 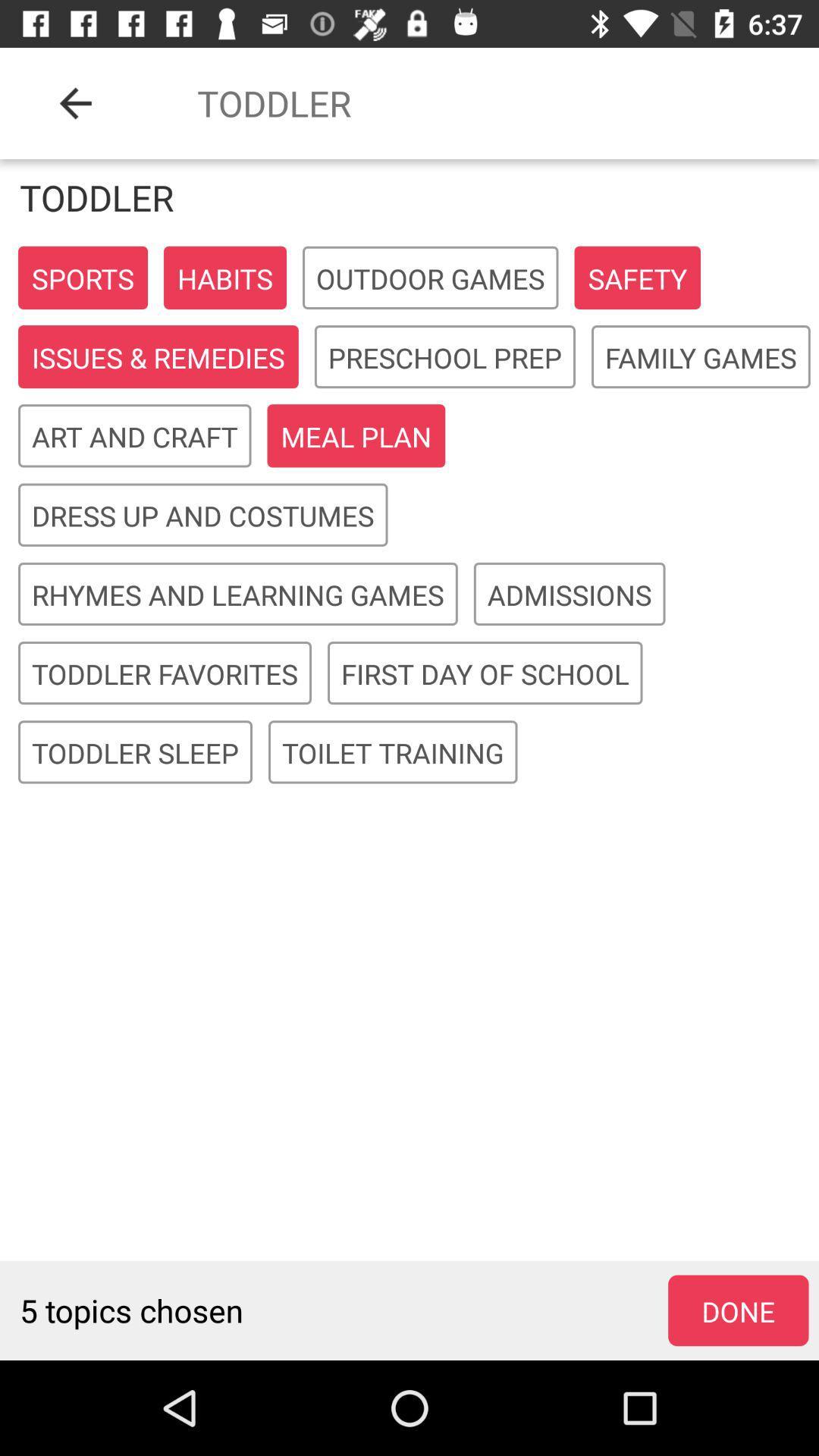 What do you see at coordinates (570, 594) in the screenshot?
I see `item to the right of rhymes and learning icon` at bounding box center [570, 594].